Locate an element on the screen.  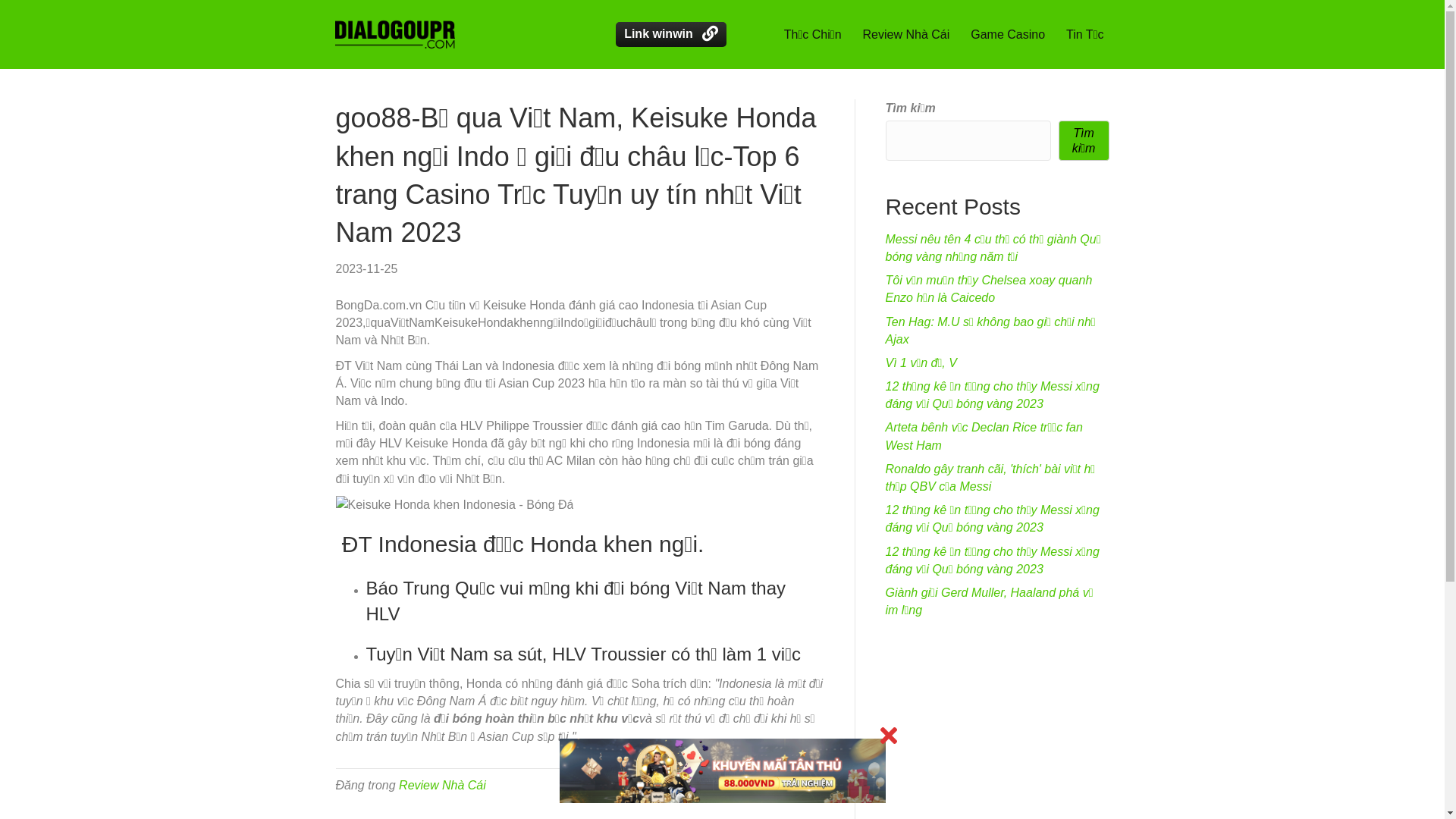
'Link winwin' is located at coordinates (670, 34).